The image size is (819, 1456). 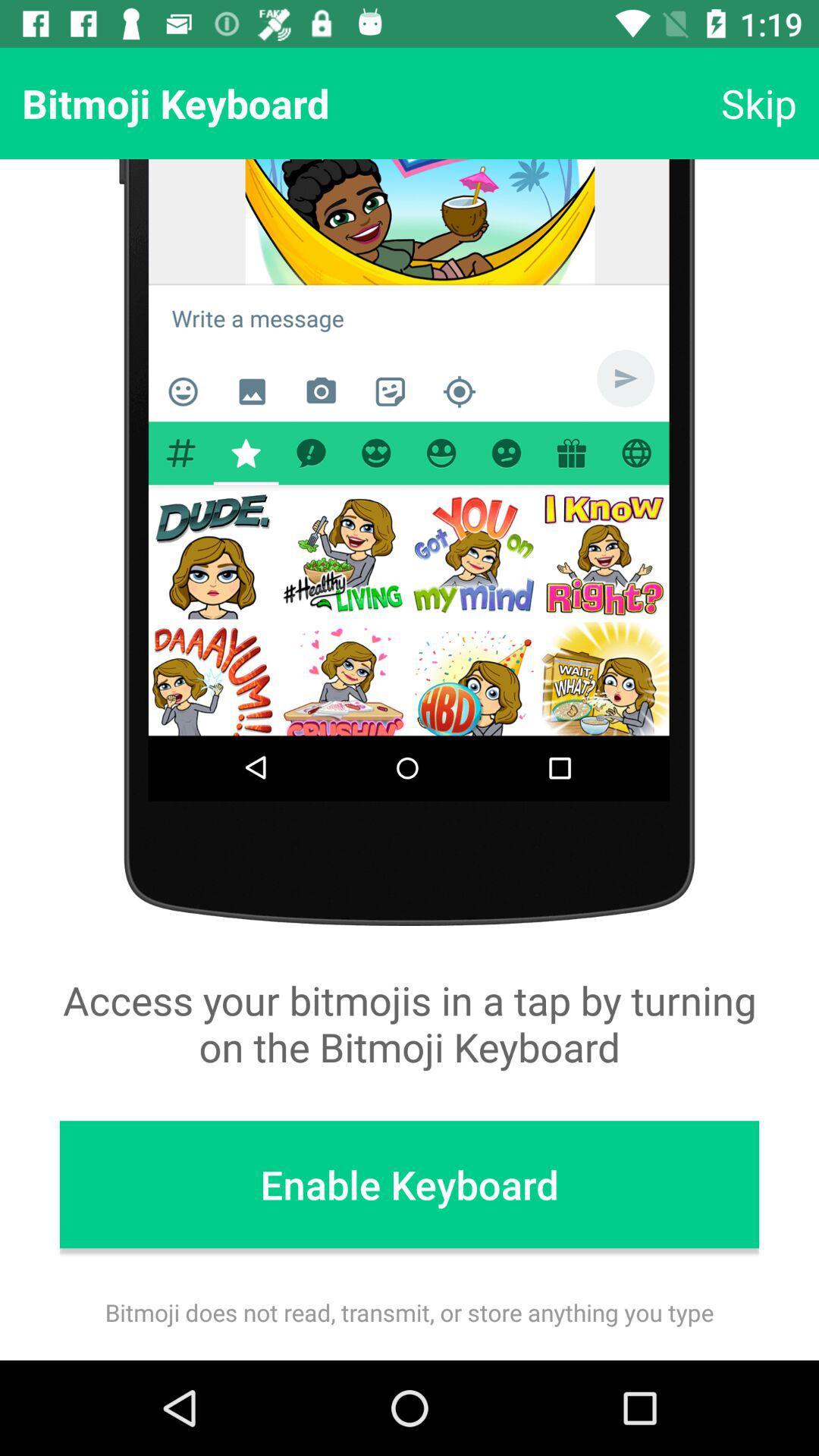 I want to click on item to the right of bitmoji keyboard, so click(x=758, y=102).